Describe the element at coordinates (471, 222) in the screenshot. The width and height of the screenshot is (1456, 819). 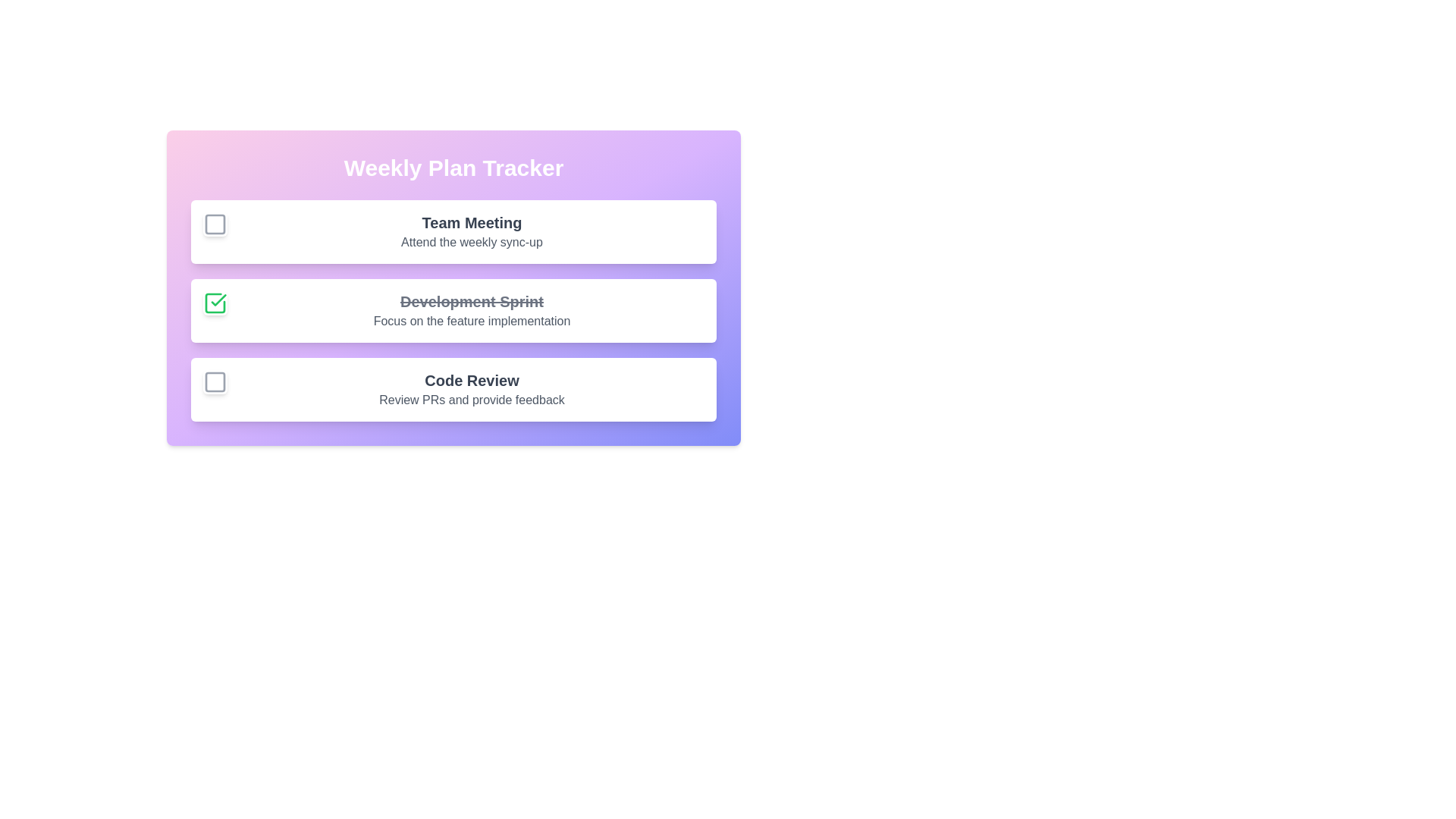
I see `the plan titled Team Meeting to read its description` at that location.